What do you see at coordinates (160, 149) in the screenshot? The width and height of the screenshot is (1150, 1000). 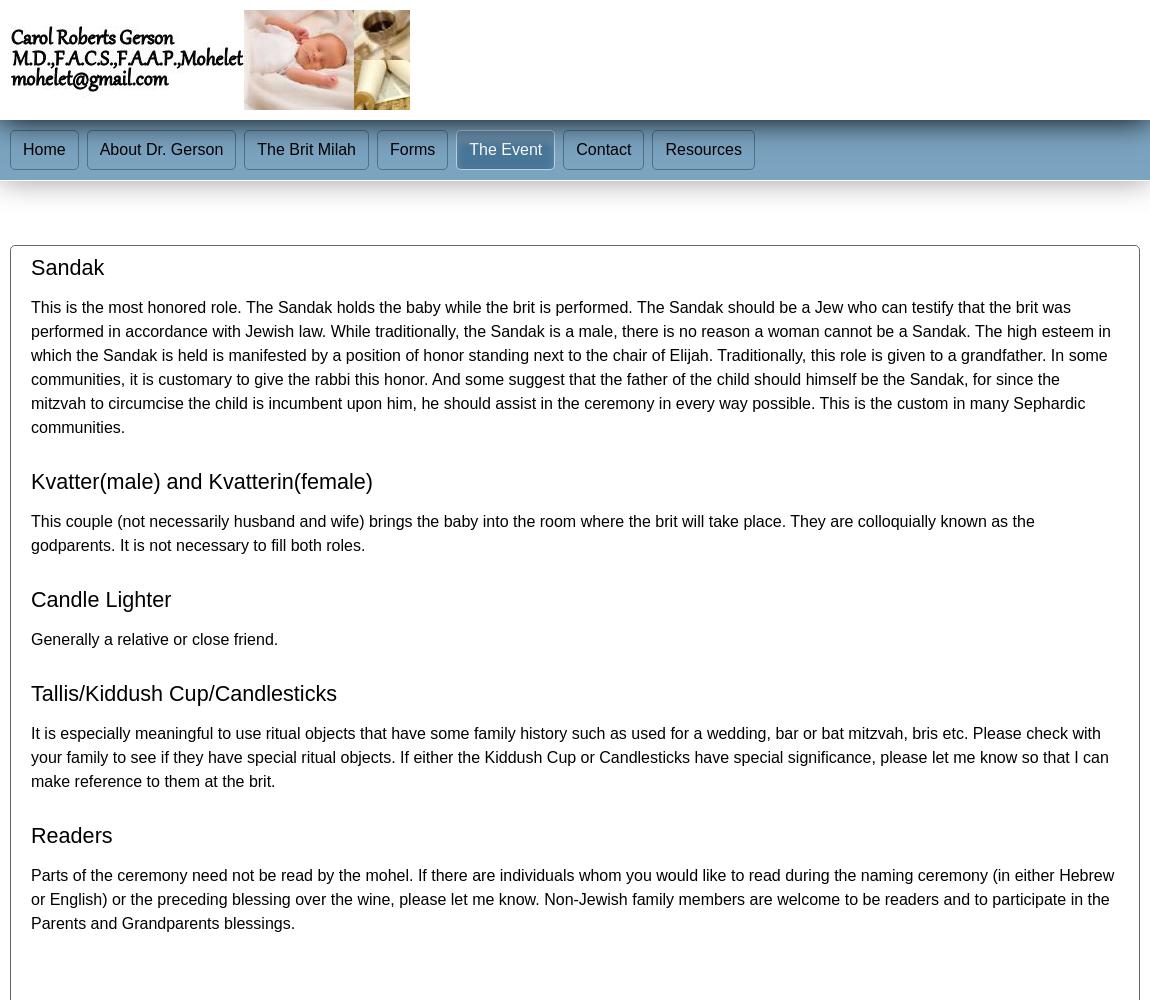 I see `'About Dr. Gerson'` at bounding box center [160, 149].